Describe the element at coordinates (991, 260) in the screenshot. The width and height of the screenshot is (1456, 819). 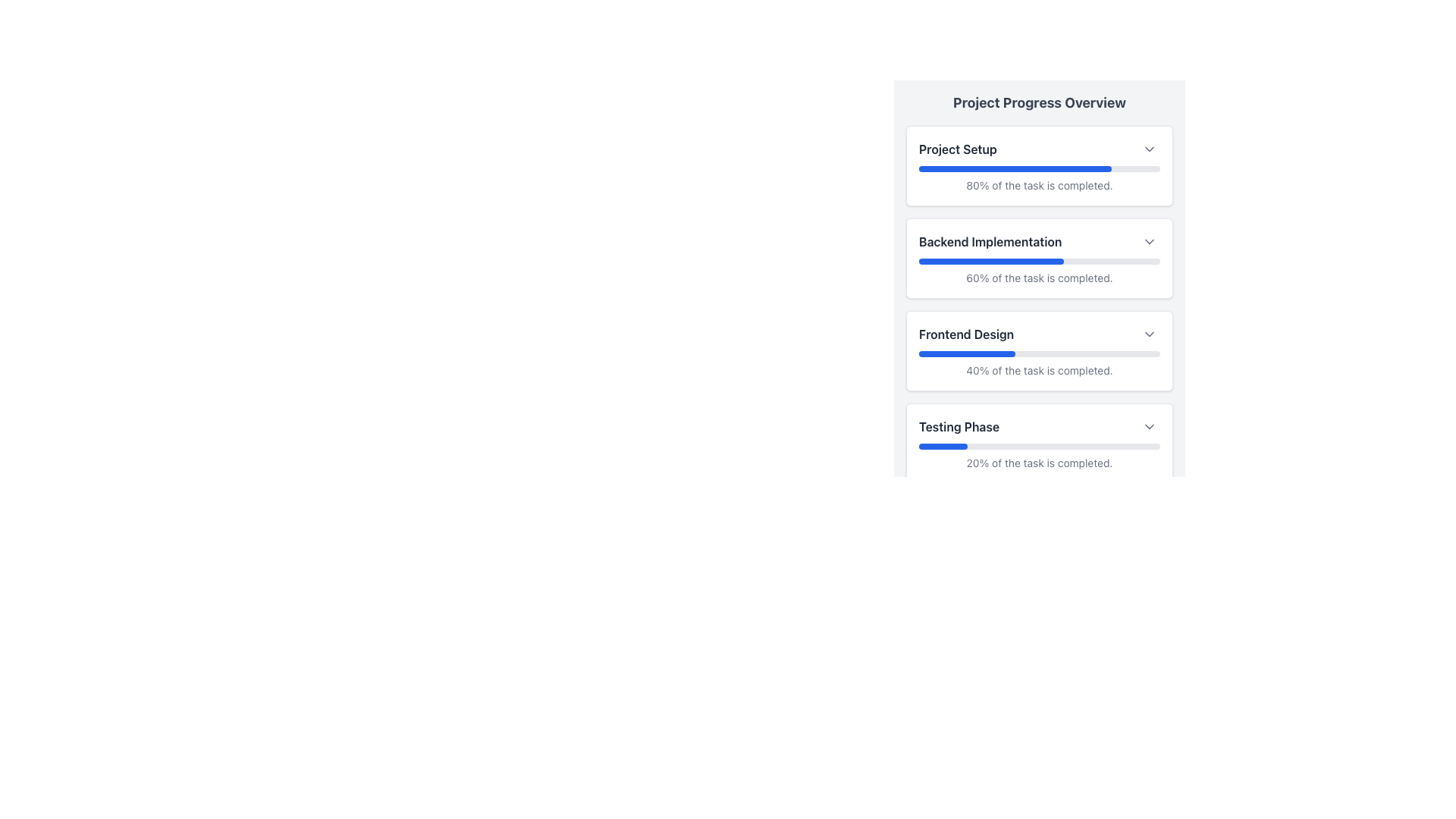
I see `the filled portion of the progress bar indicating 60% completion in the 'Backend Implementation' section, which is styled with a blue color and rounded edges` at that location.